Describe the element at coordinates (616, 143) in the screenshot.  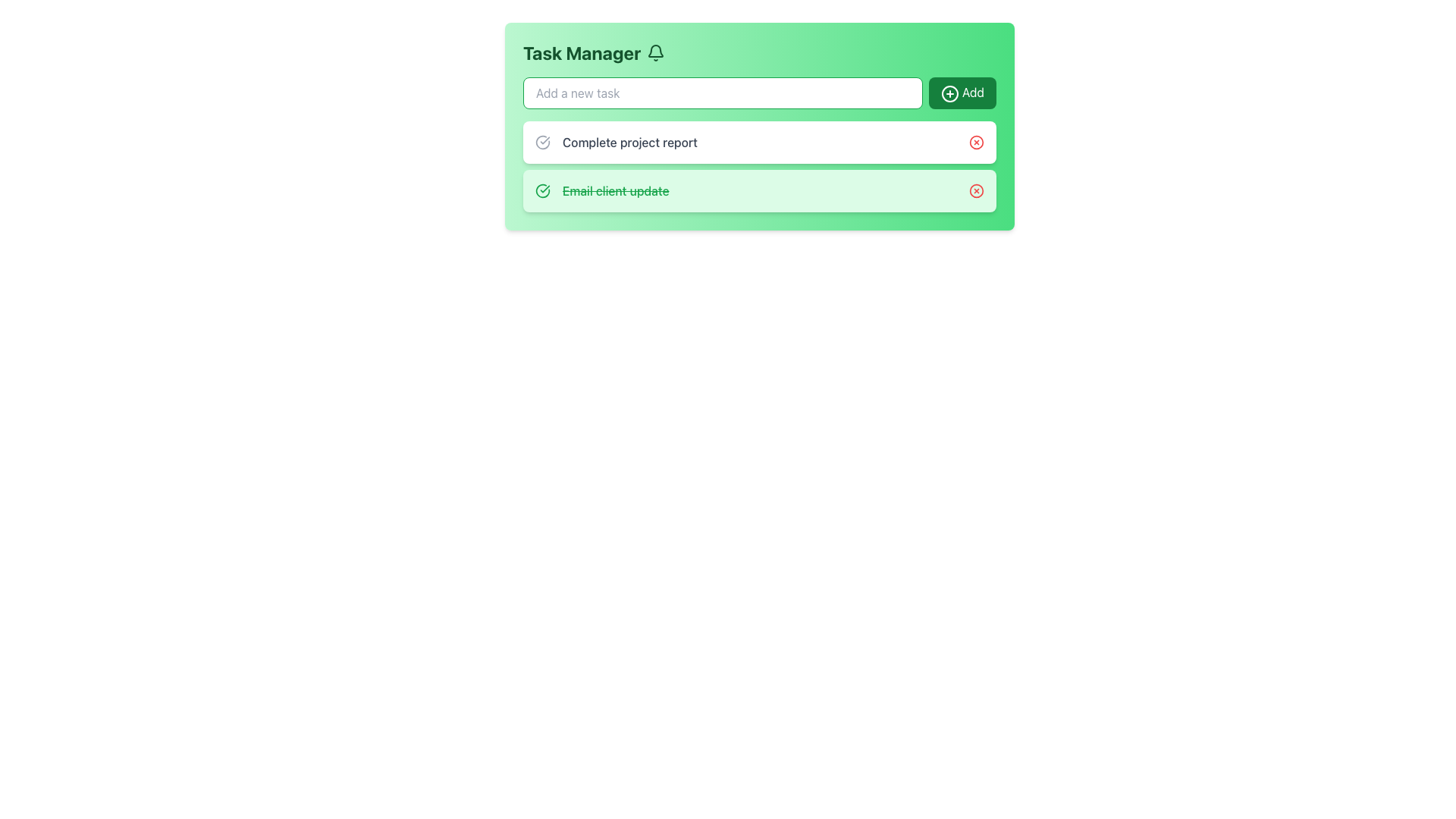
I see `the text label reading 'Complete project report' which is styled in bold dark gray color and located in a task management interface` at that location.